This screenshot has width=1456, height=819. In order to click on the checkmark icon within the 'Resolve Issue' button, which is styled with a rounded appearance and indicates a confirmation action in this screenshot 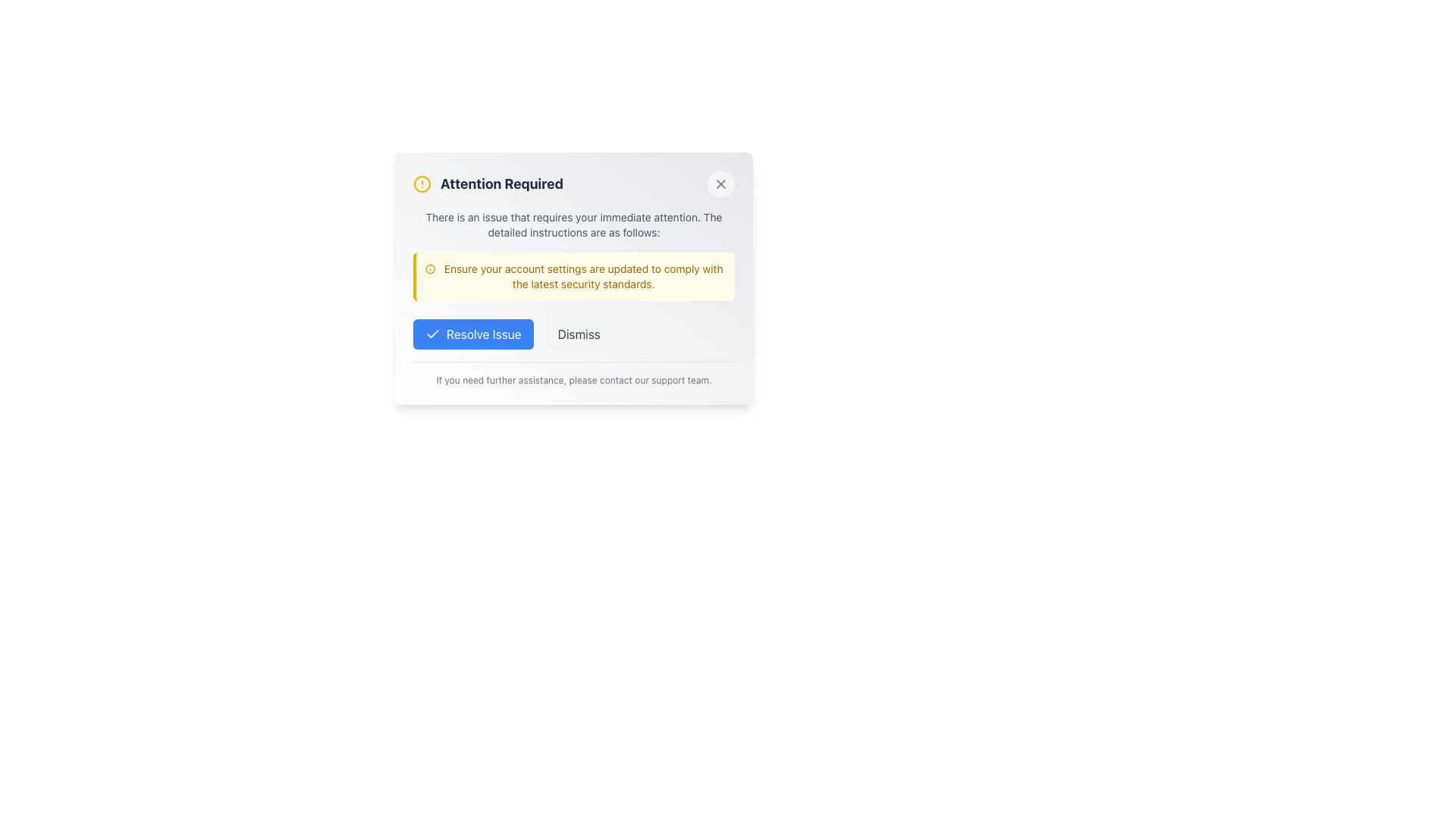, I will do `click(432, 333)`.